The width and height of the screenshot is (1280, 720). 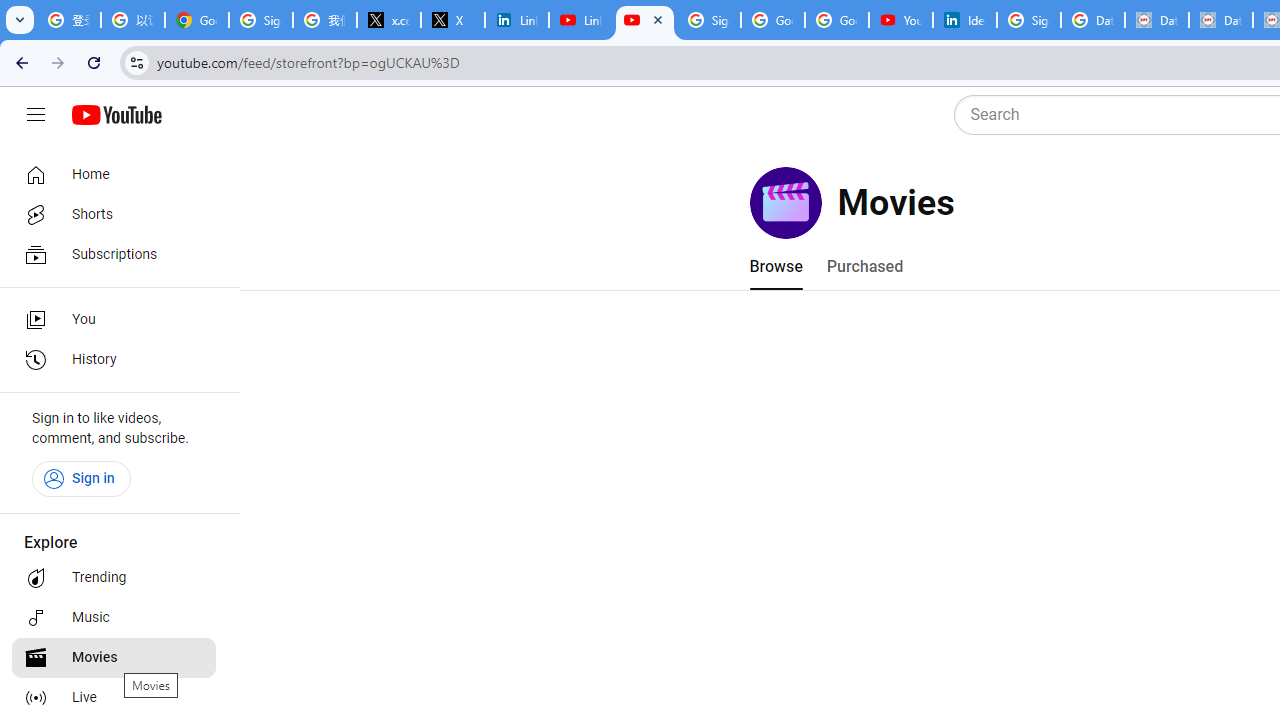 I want to click on 'X', so click(x=452, y=20).